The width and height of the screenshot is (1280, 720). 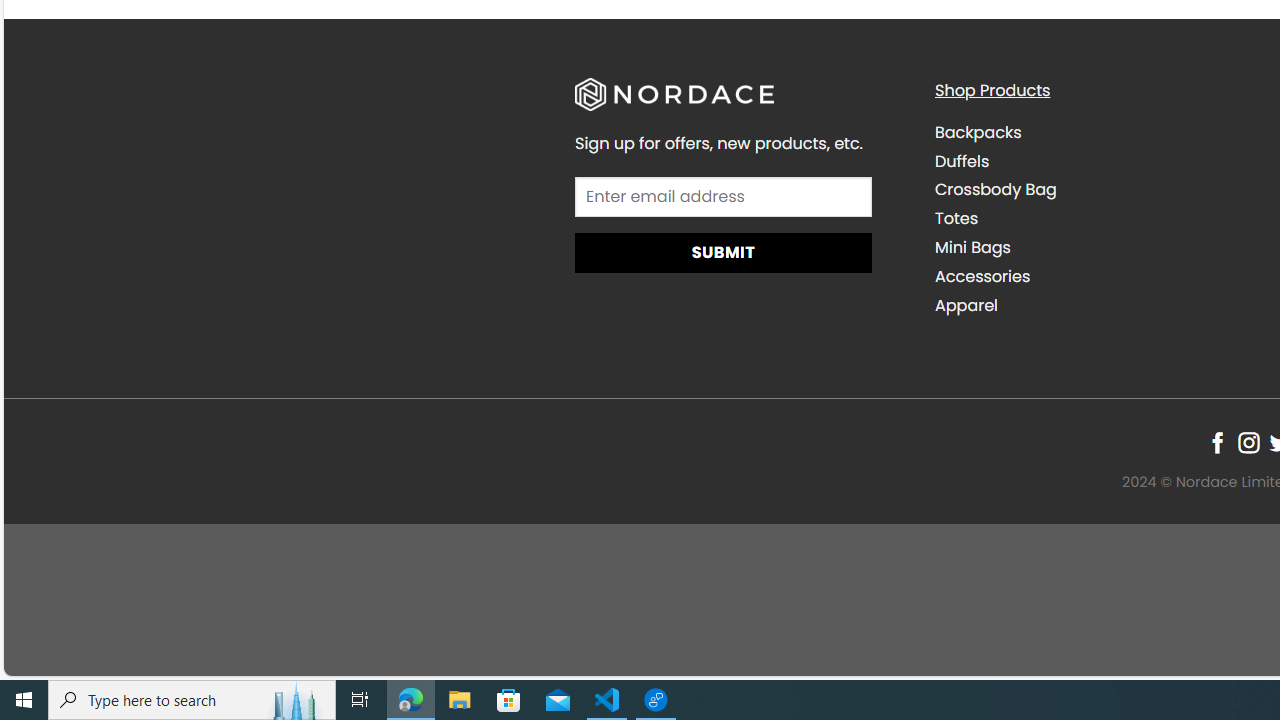 What do you see at coordinates (995, 190) in the screenshot?
I see `'Crossbody Bag'` at bounding box center [995, 190].